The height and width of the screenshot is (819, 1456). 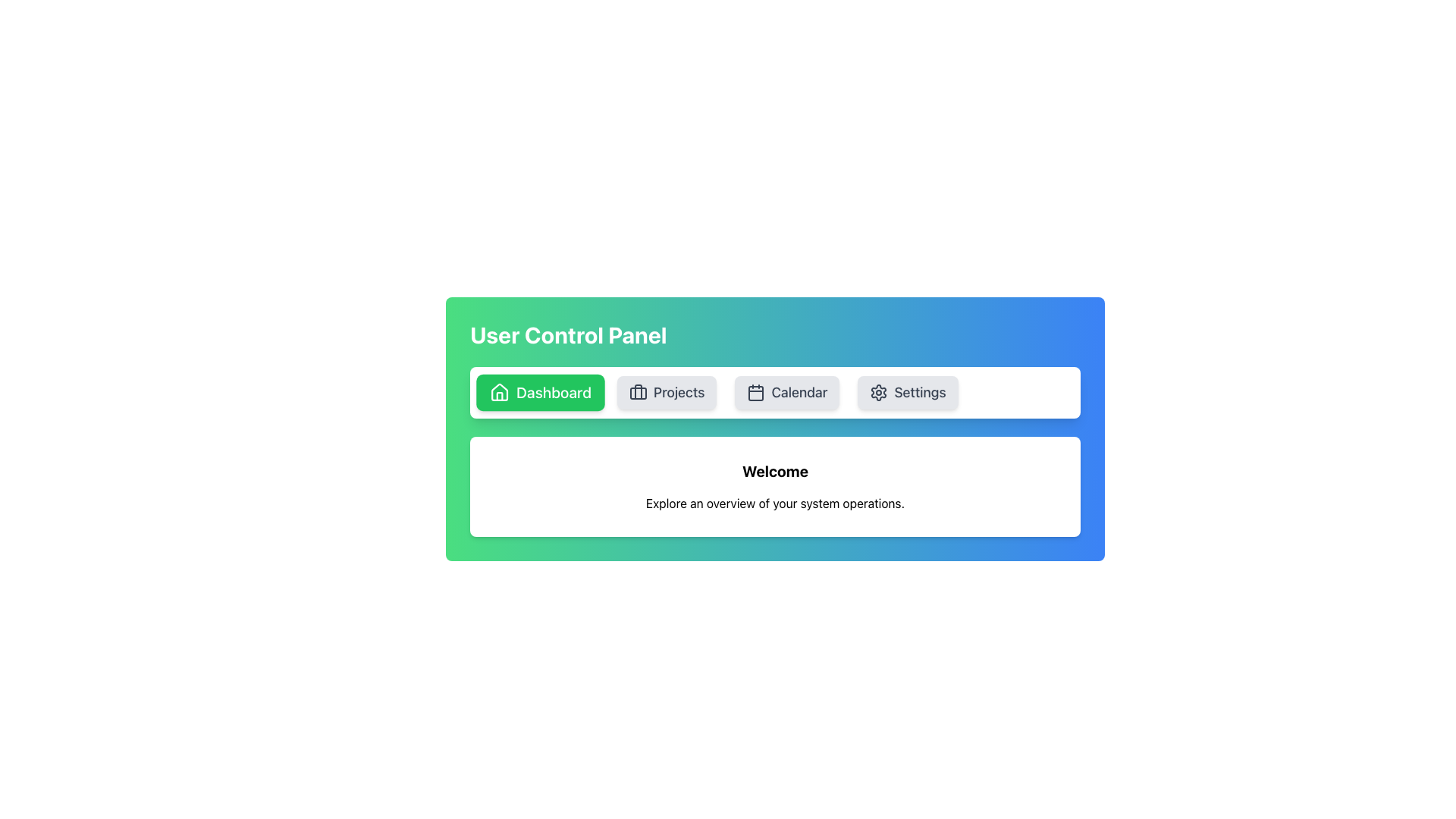 What do you see at coordinates (499, 391) in the screenshot?
I see `the house outline icon located within the green button labeled 'Dashboard' in the navigation menu bar` at bounding box center [499, 391].